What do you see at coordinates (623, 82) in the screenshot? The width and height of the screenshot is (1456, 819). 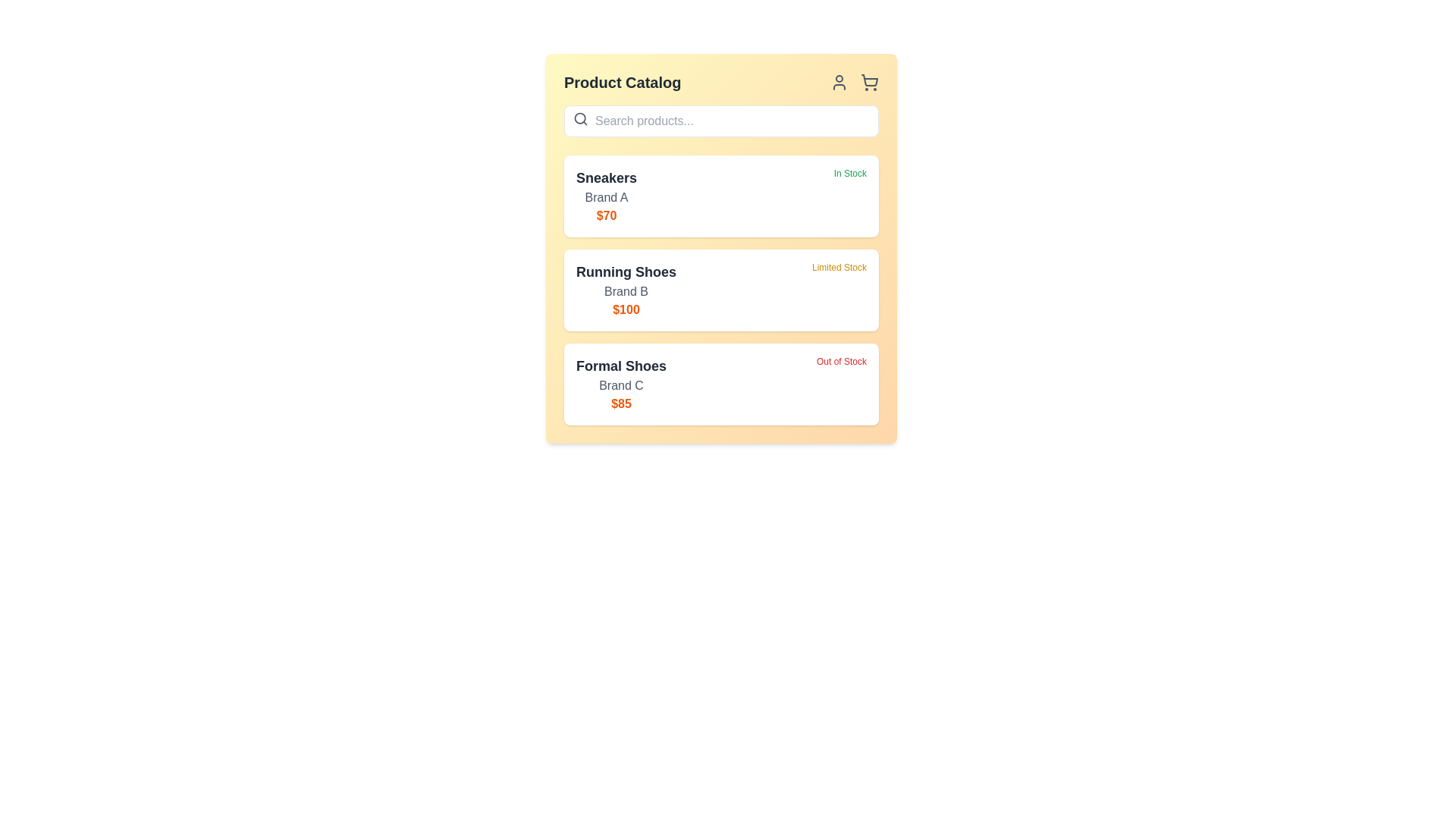 I see `the header text displaying 'Product Catalog', which is a bold, large gray font located at the top-left corner of the content area, directly above the search bar` at bounding box center [623, 82].